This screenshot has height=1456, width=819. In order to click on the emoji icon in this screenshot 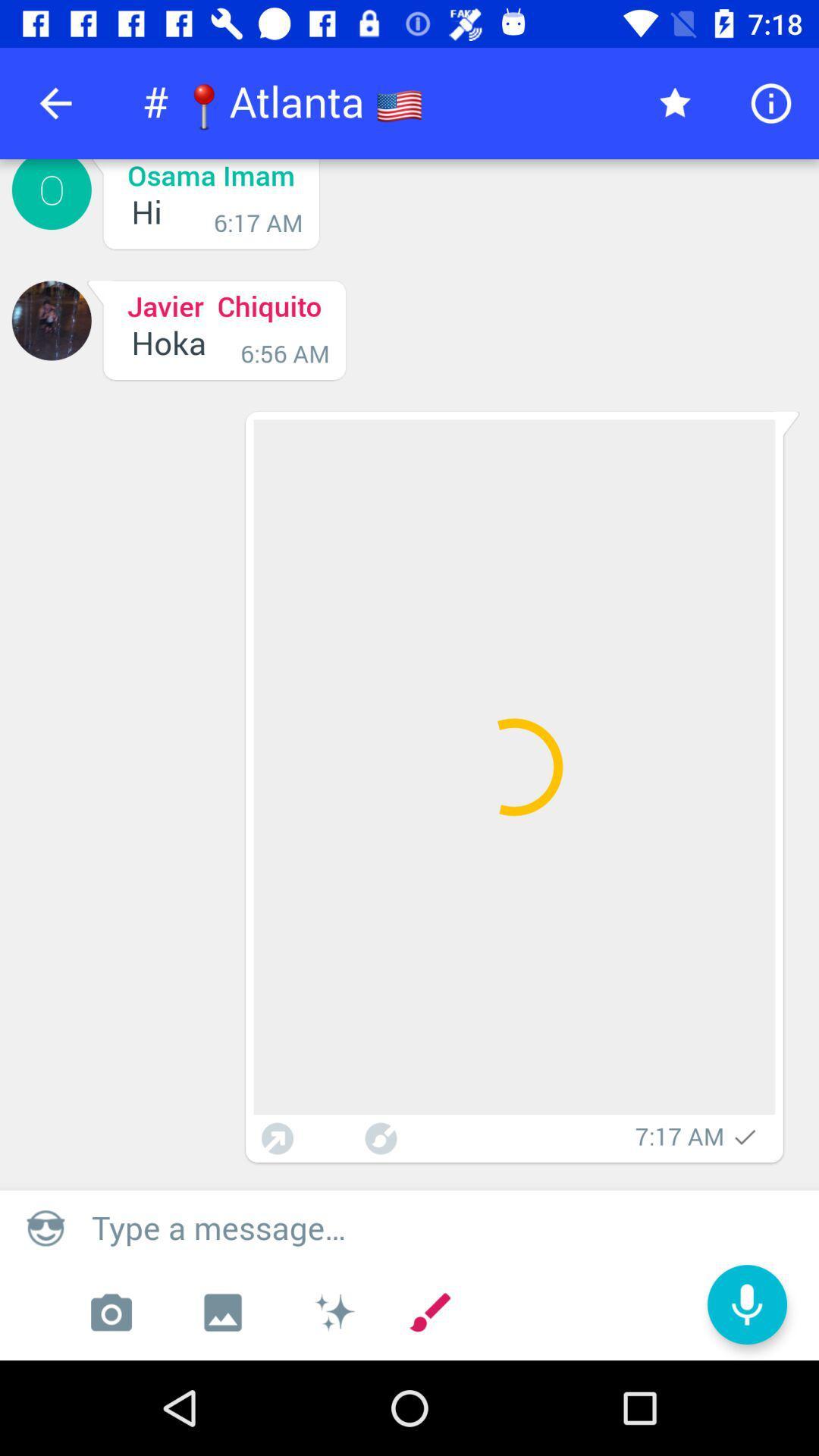, I will do `click(45, 1227)`.